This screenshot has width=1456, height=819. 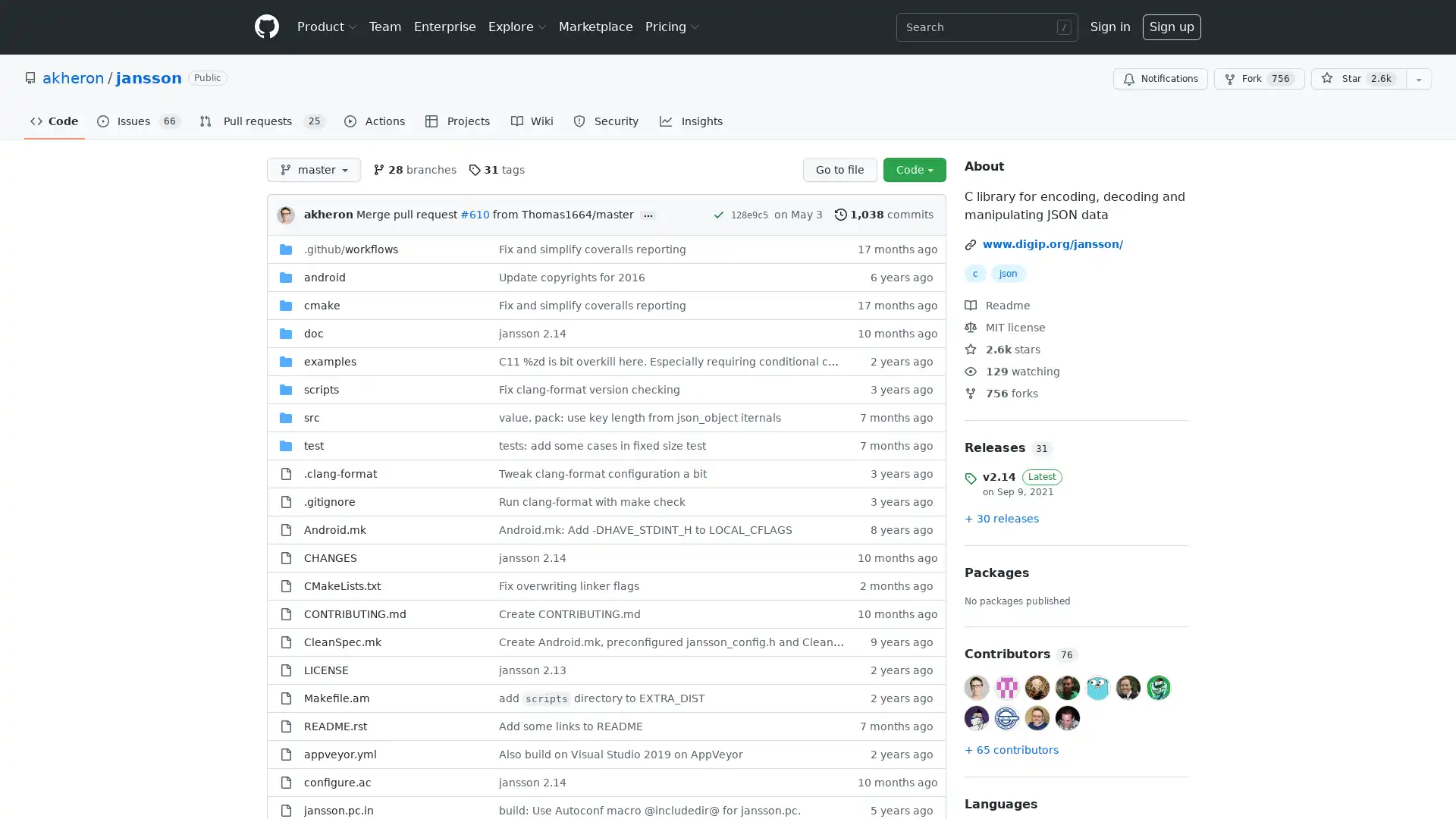 What do you see at coordinates (1418, 79) in the screenshot?
I see `You must be signed in to add this repository to a list` at bounding box center [1418, 79].